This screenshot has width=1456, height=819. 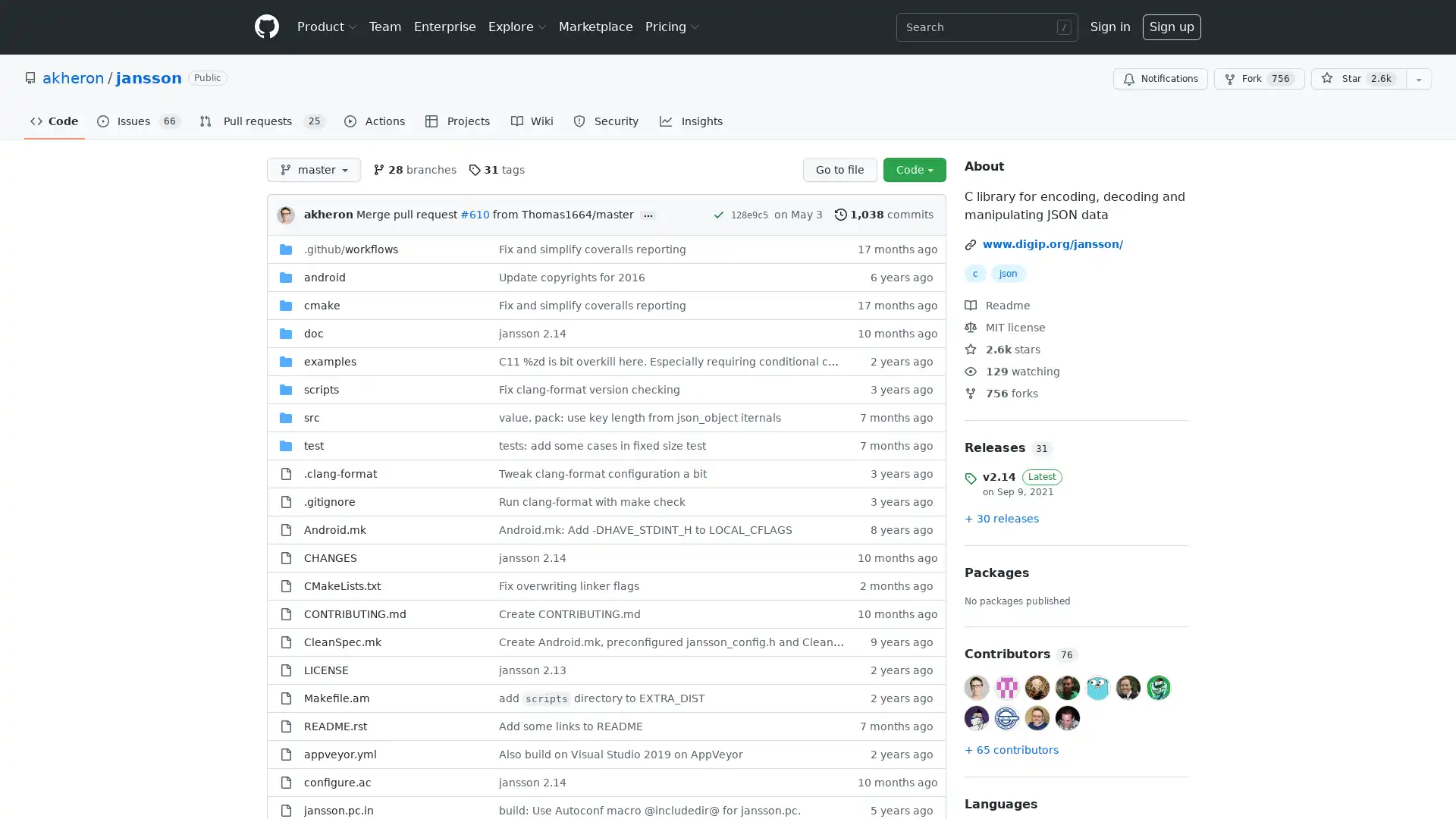 What do you see at coordinates (1418, 79) in the screenshot?
I see `You must be signed in to add this repository to a list` at bounding box center [1418, 79].